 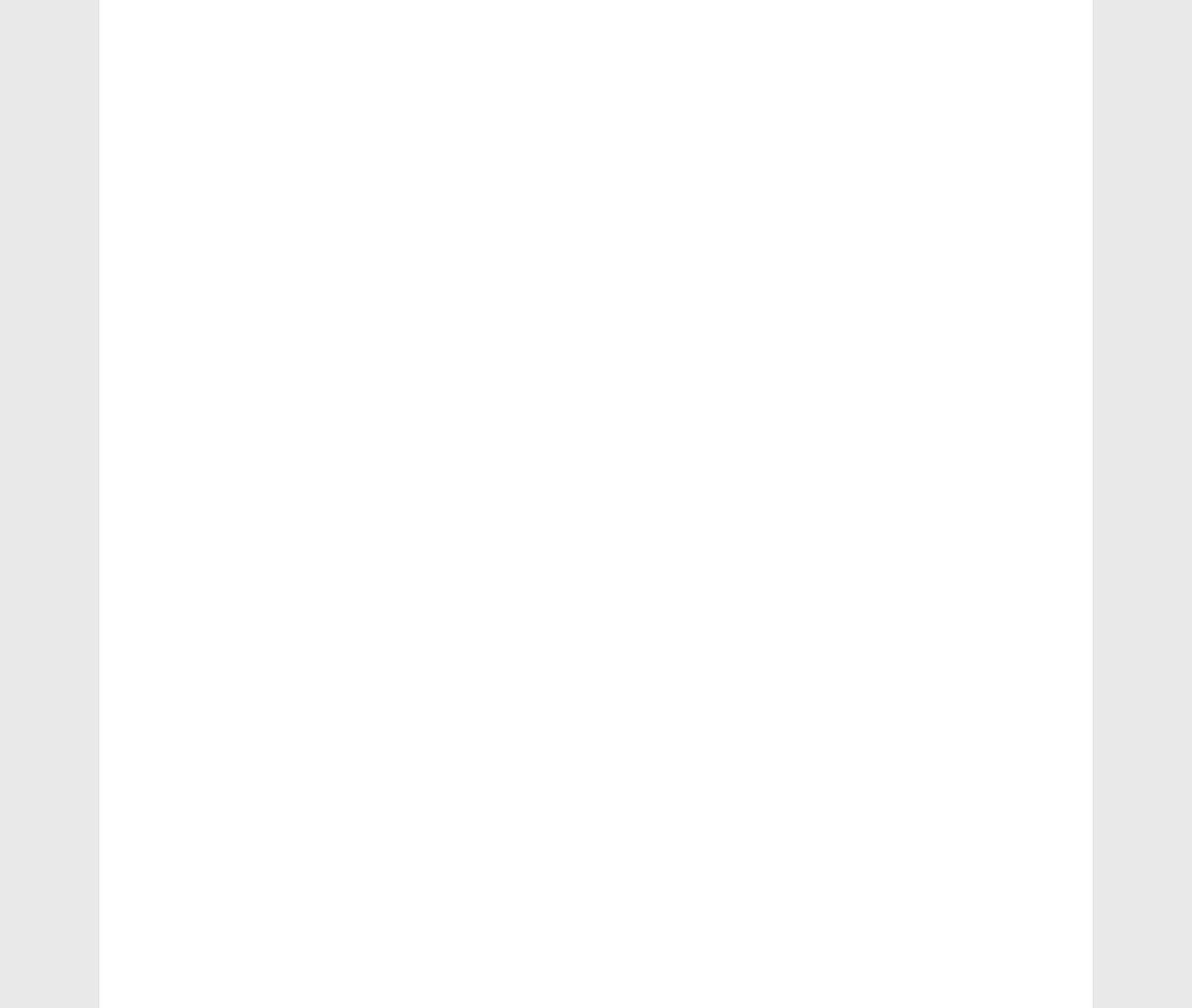 I want to click on 'chemistry', so click(x=183, y=524).